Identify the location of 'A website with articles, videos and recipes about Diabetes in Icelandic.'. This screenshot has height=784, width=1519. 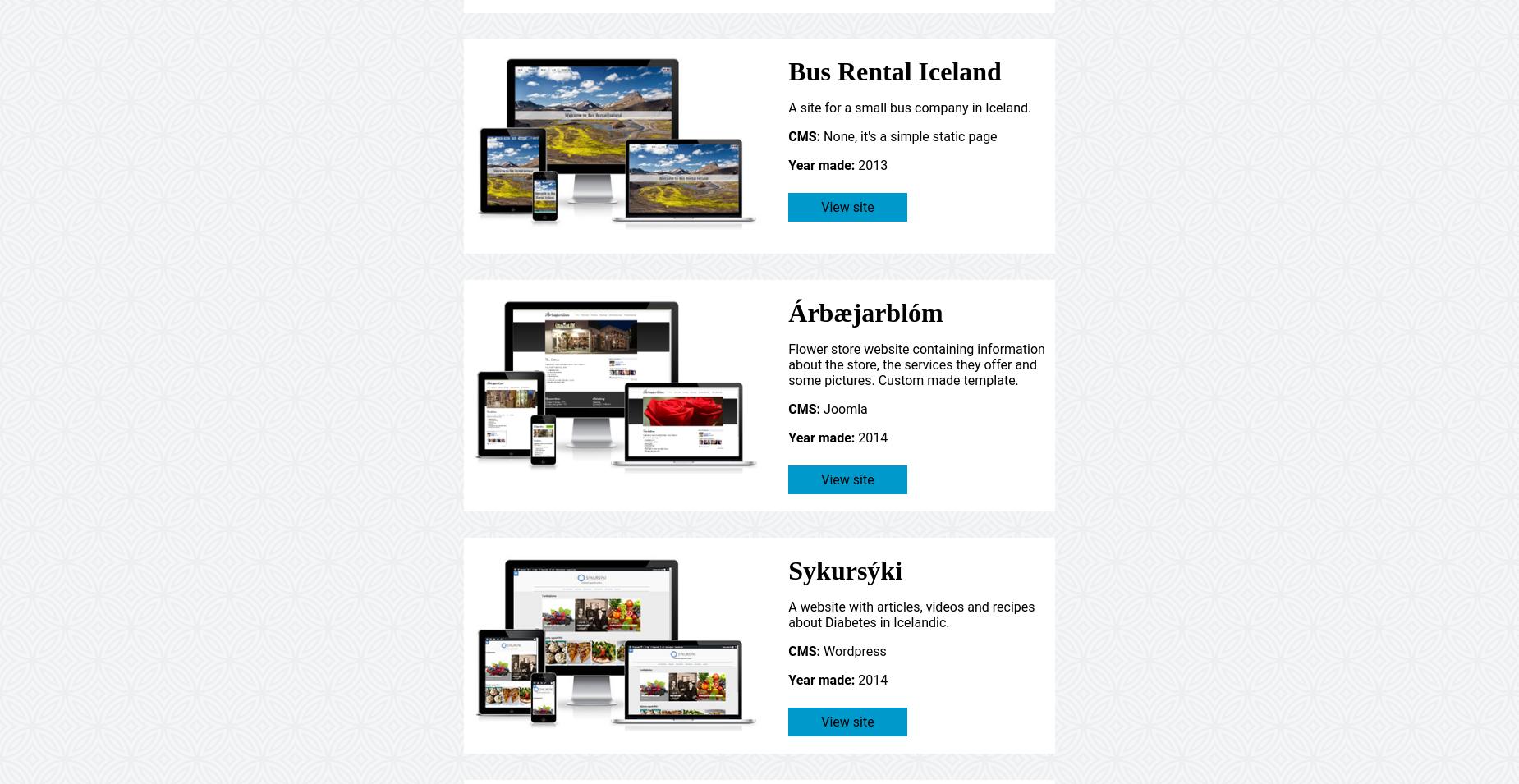
(911, 612).